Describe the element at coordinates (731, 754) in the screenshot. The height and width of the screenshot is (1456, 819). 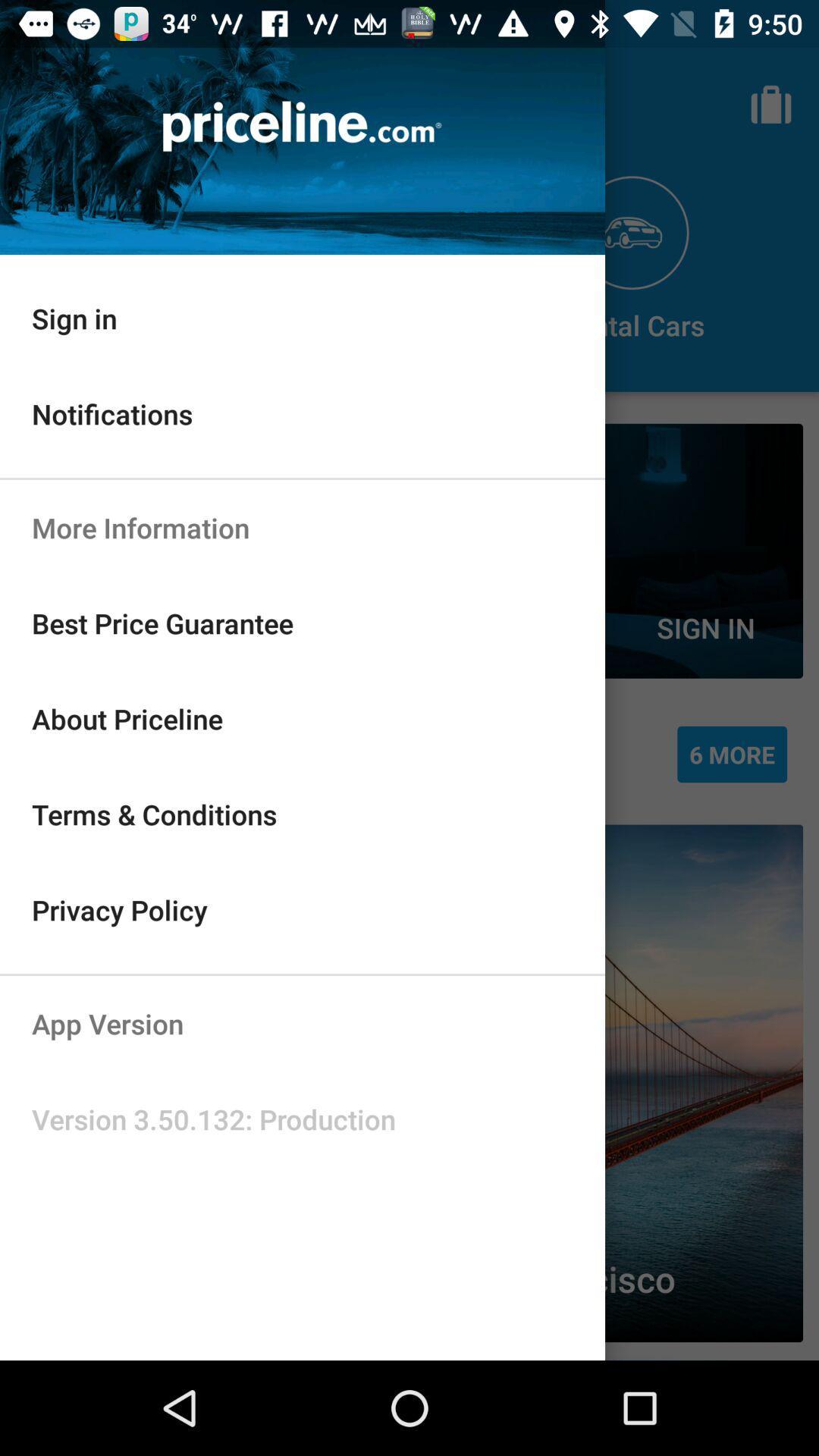
I see `6 more` at that location.